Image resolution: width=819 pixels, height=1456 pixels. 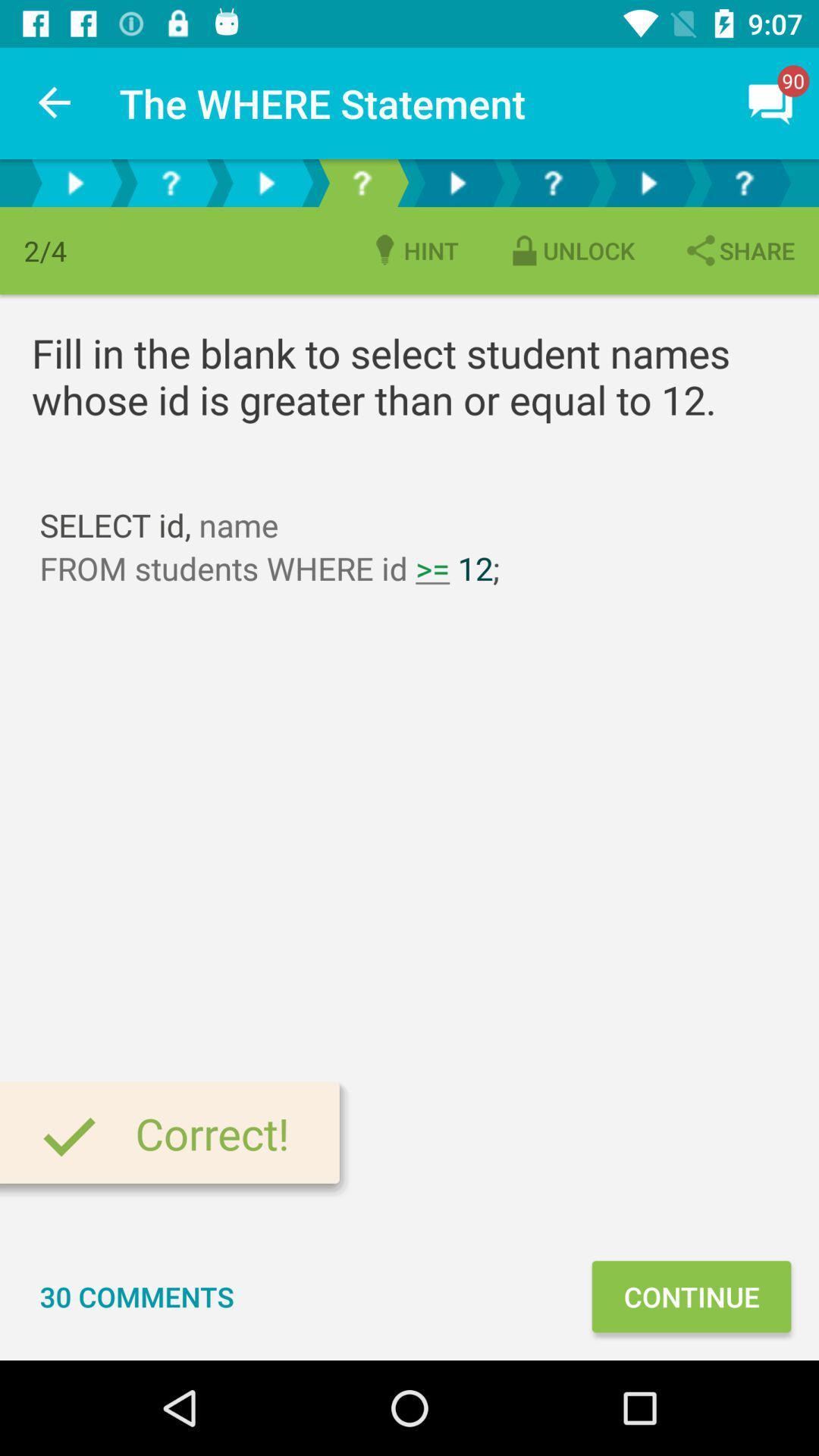 I want to click on 30 comments, so click(x=137, y=1295).